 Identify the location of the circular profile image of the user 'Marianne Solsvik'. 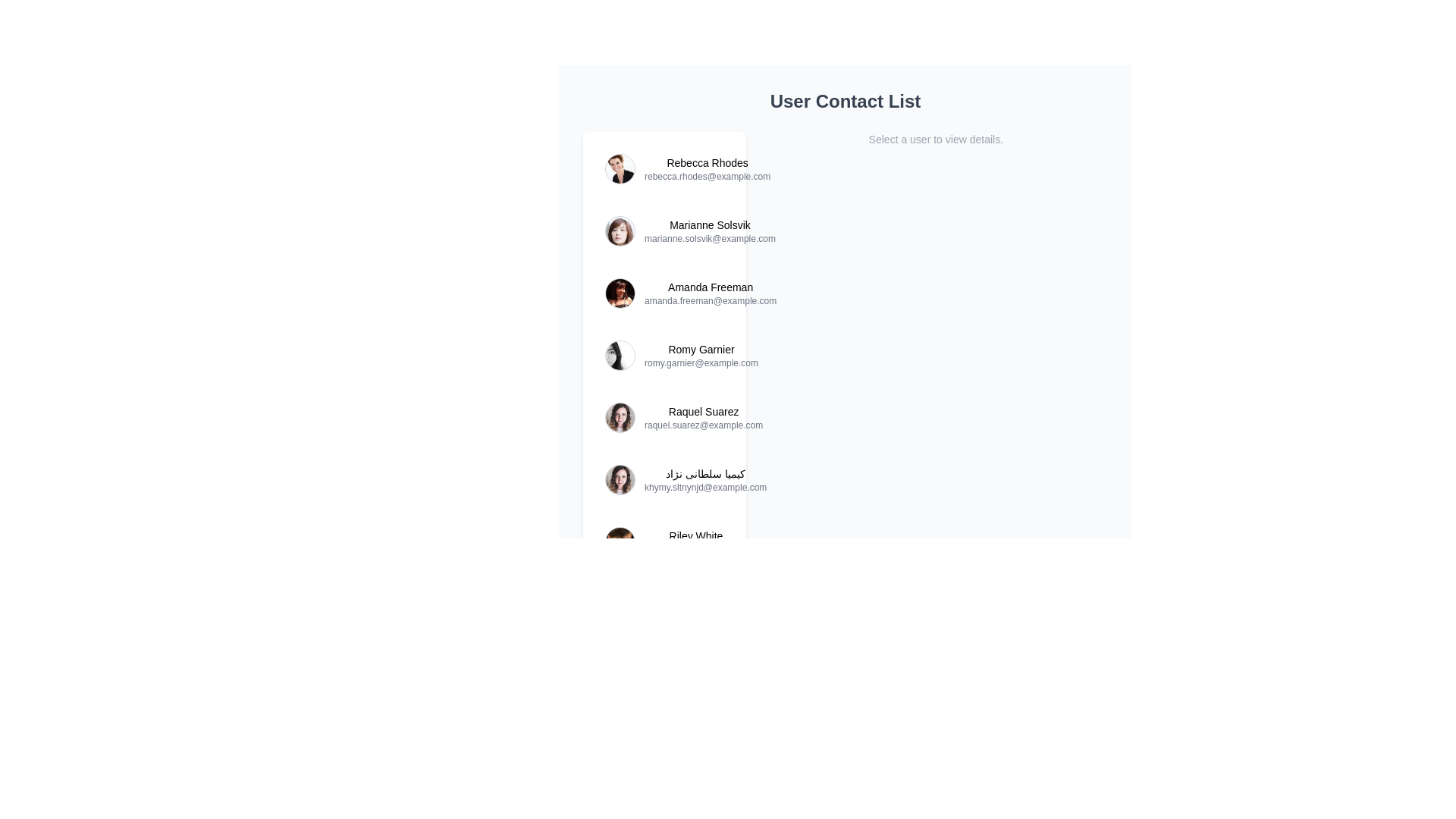
(664, 231).